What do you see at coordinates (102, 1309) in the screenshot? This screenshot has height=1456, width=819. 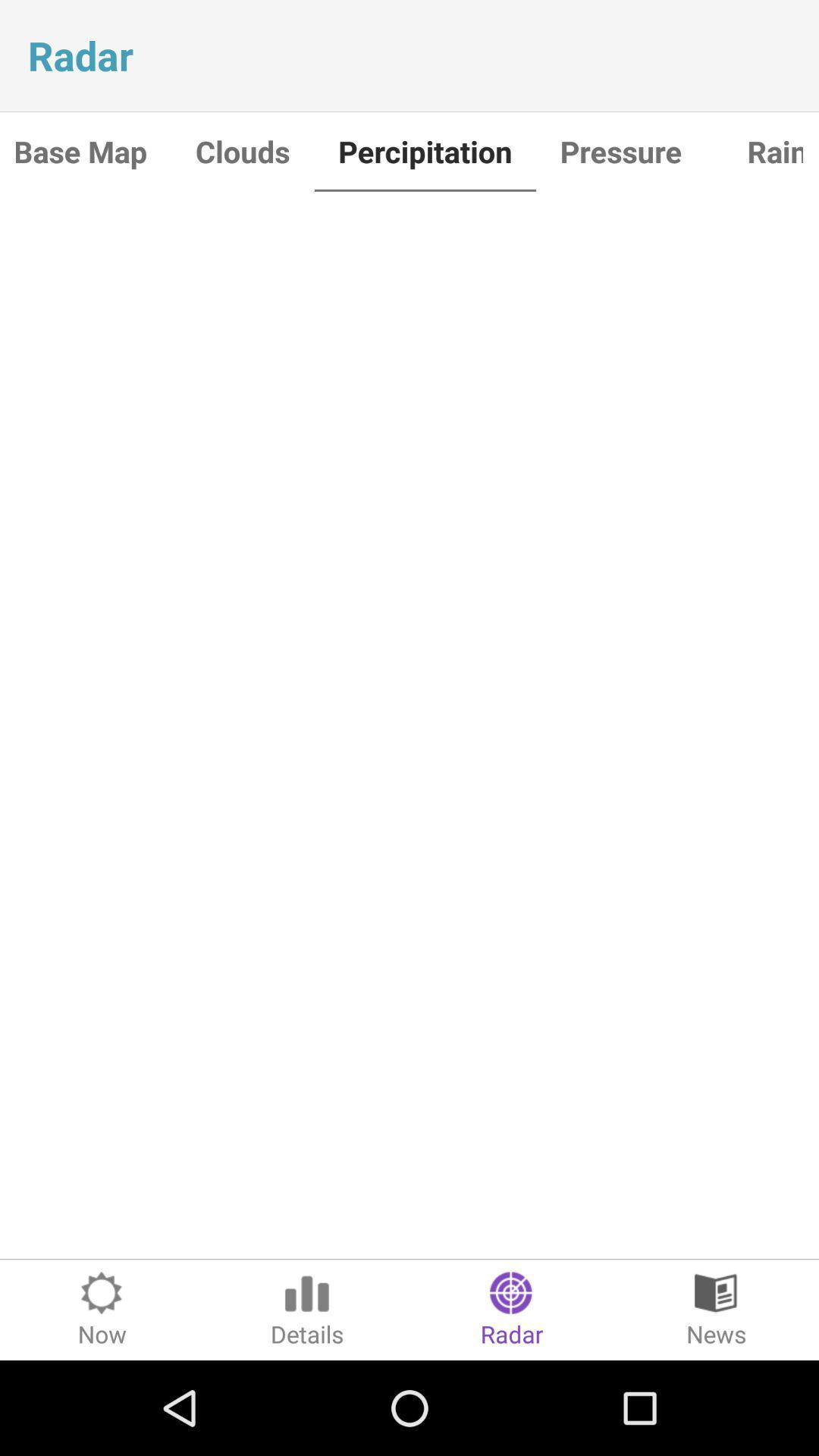 I see `icon next to the details item` at bounding box center [102, 1309].